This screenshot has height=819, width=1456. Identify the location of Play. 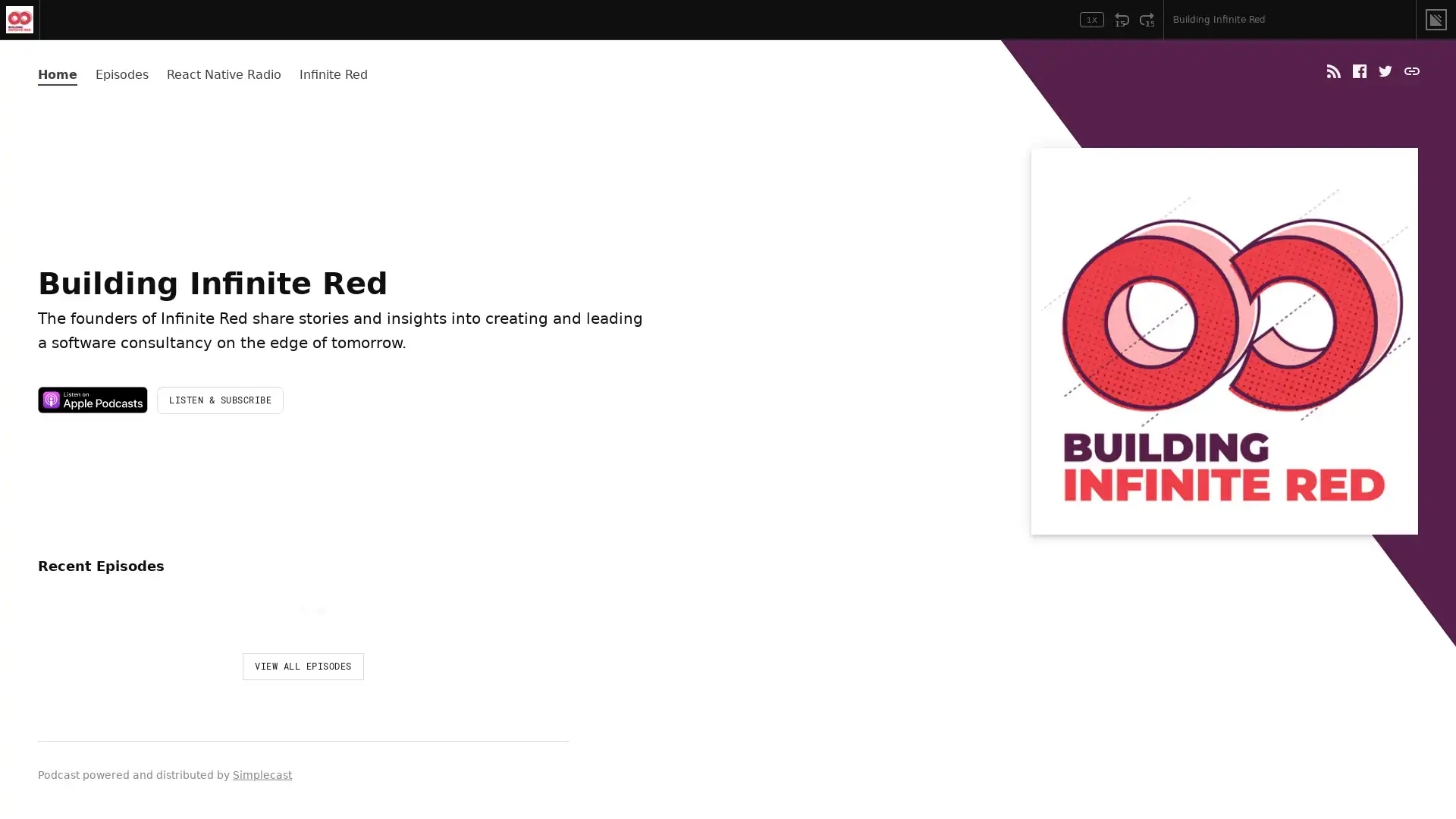
(58, 20).